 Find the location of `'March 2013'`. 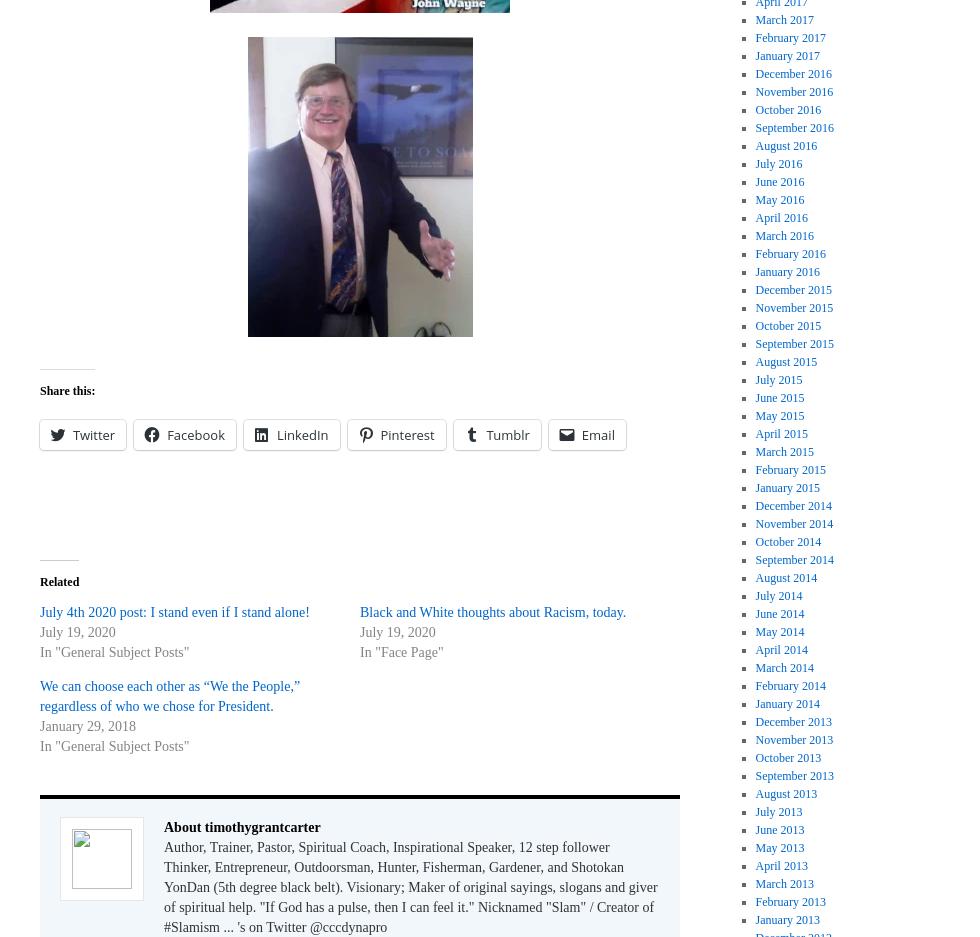

'March 2013' is located at coordinates (784, 882).